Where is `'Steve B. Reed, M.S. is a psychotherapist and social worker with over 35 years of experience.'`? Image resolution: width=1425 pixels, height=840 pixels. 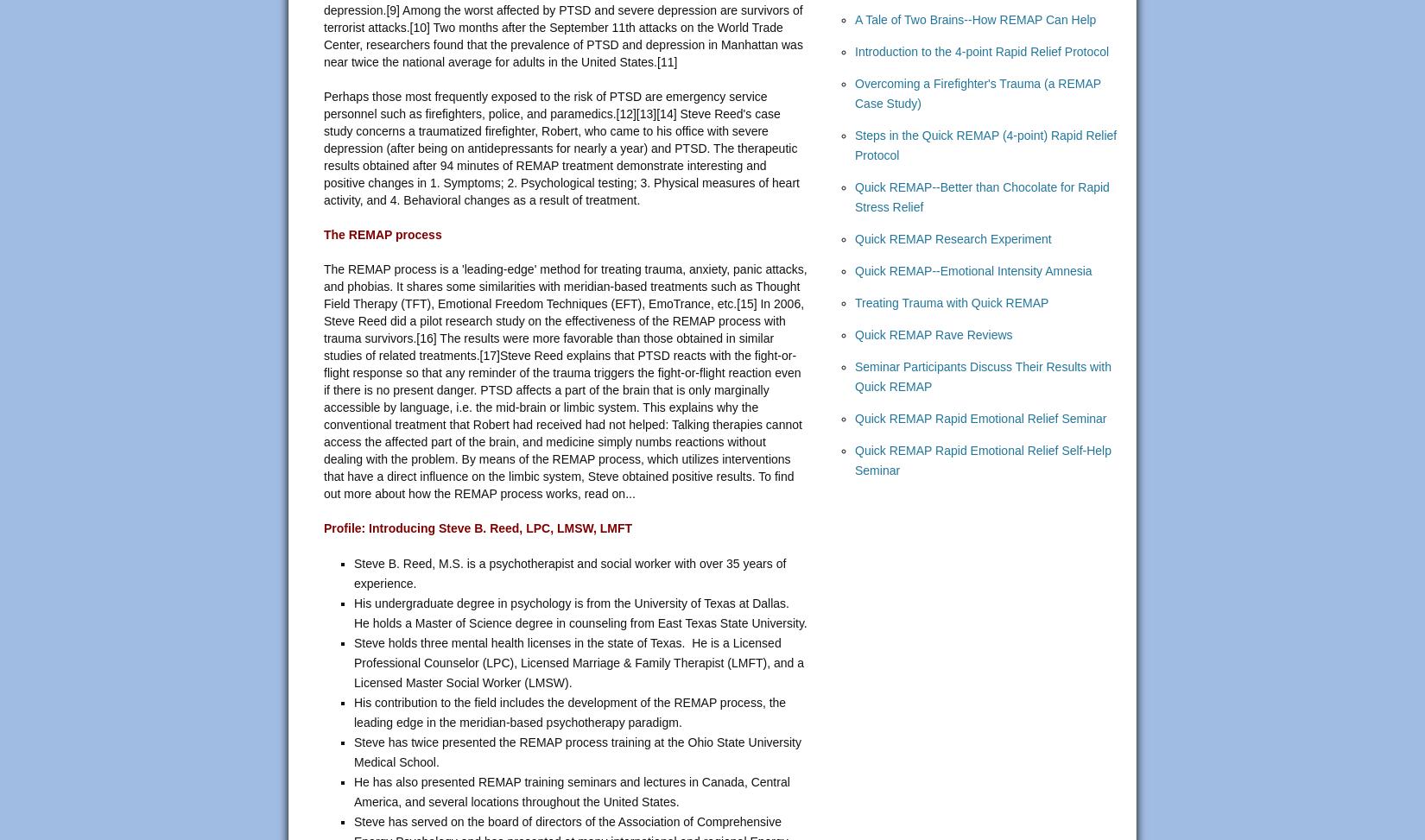 'Steve B. Reed, M.S. is a psychotherapist and social worker with over 35 years of experience.' is located at coordinates (569, 572).